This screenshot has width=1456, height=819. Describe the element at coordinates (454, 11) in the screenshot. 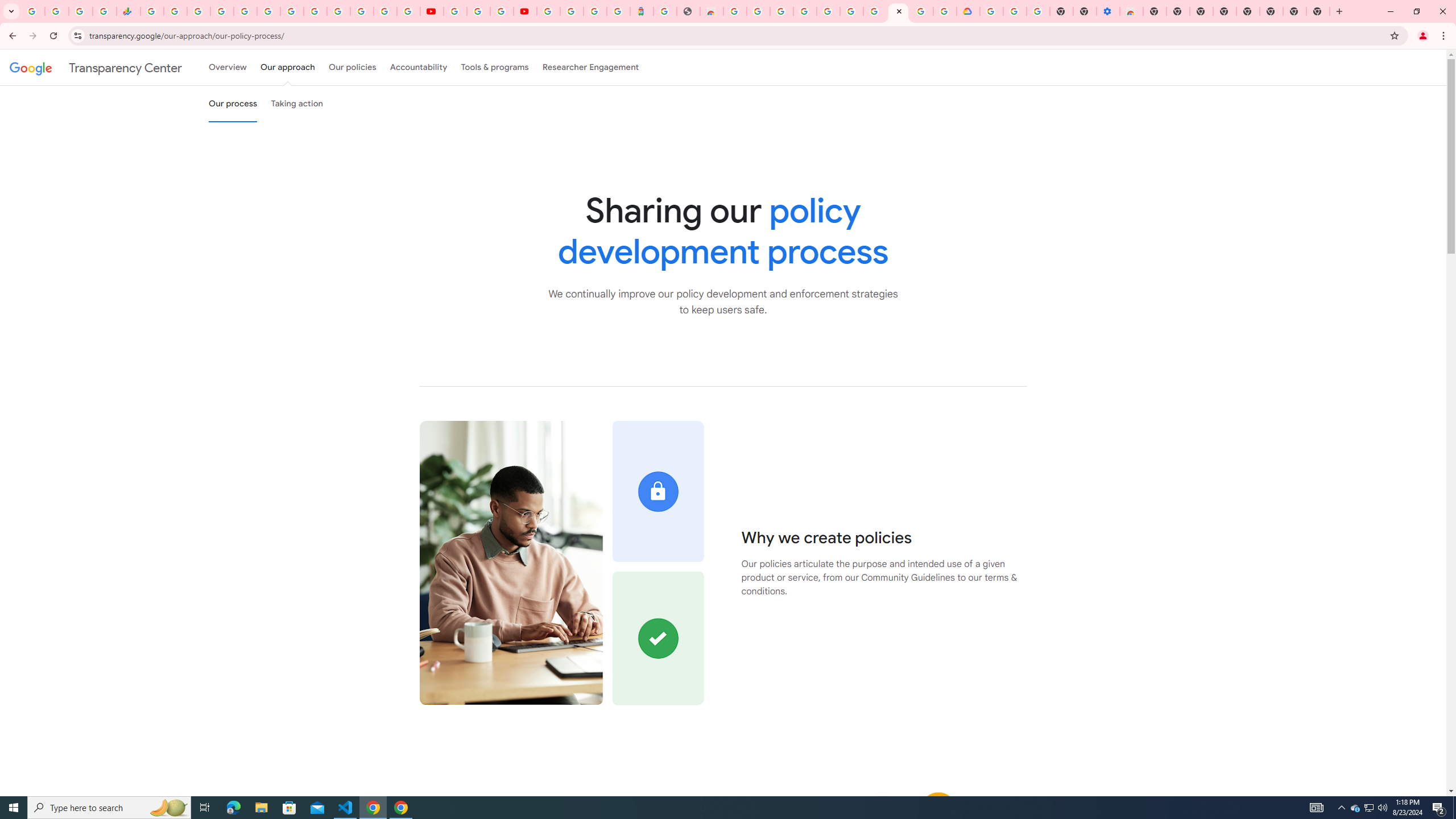

I see `'YouTube'` at that location.